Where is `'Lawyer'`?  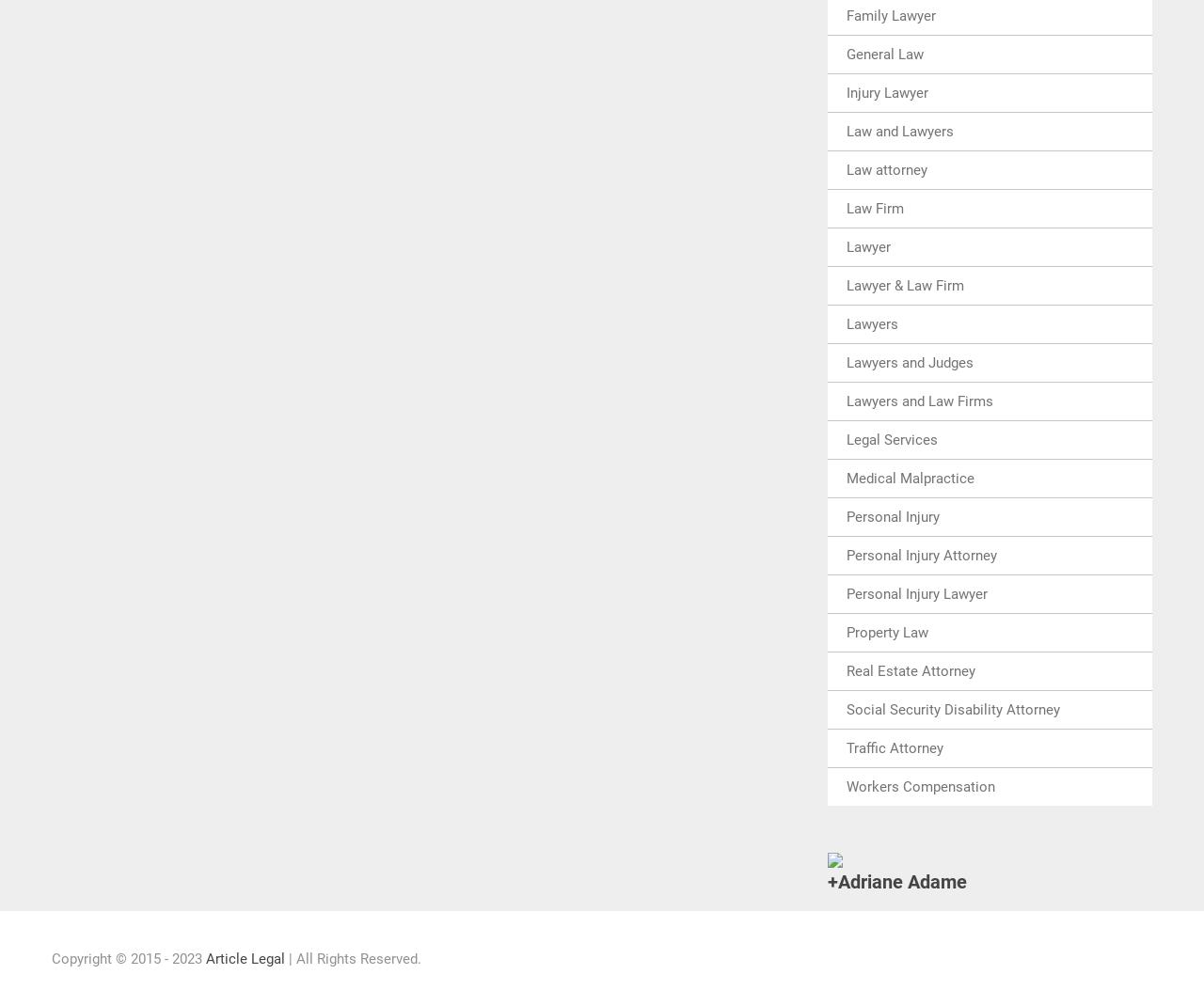 'Lawyer' is located at coordinates (845, 245).